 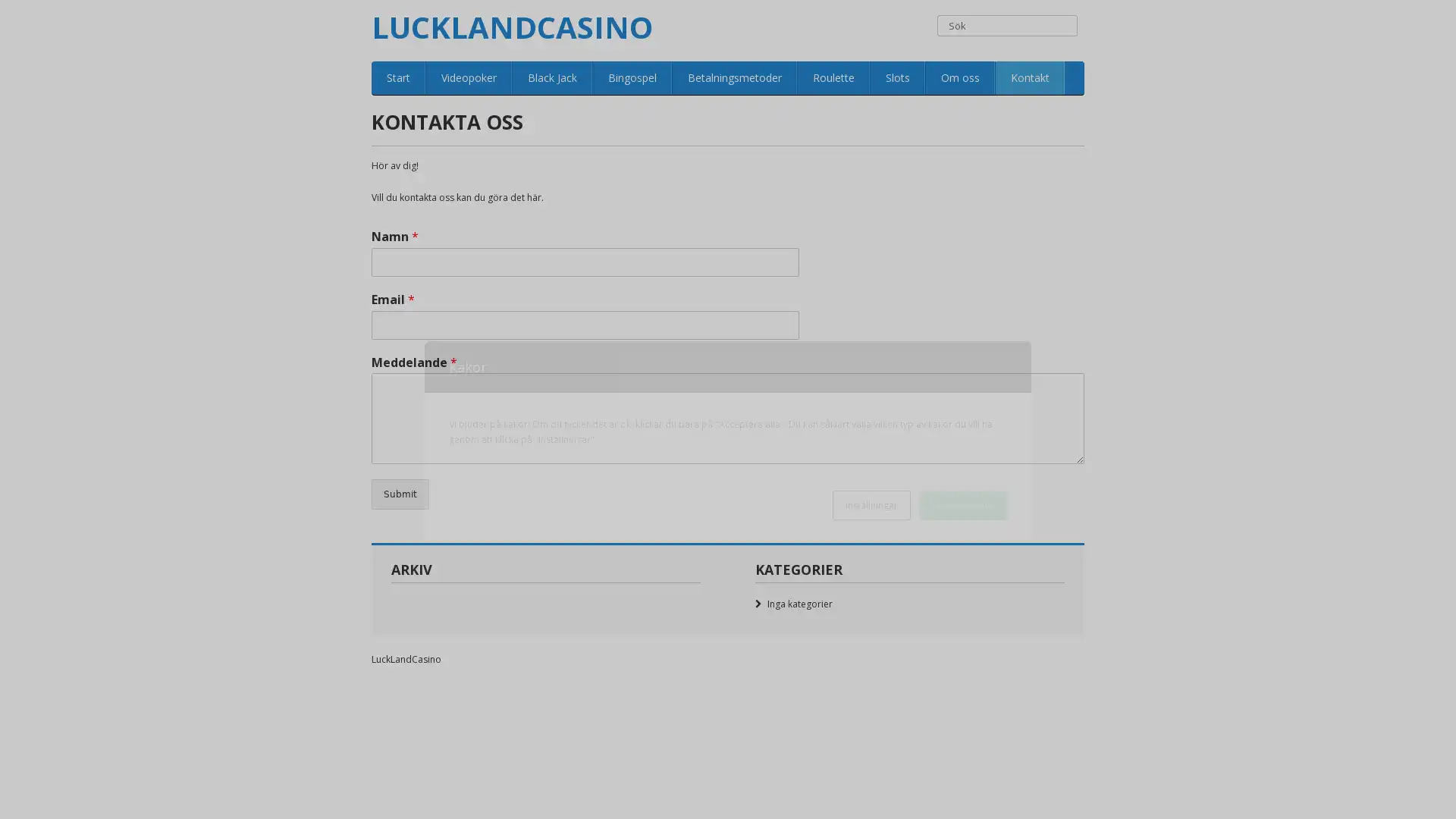 I want to click on Submit, so click(x=400, y=494).